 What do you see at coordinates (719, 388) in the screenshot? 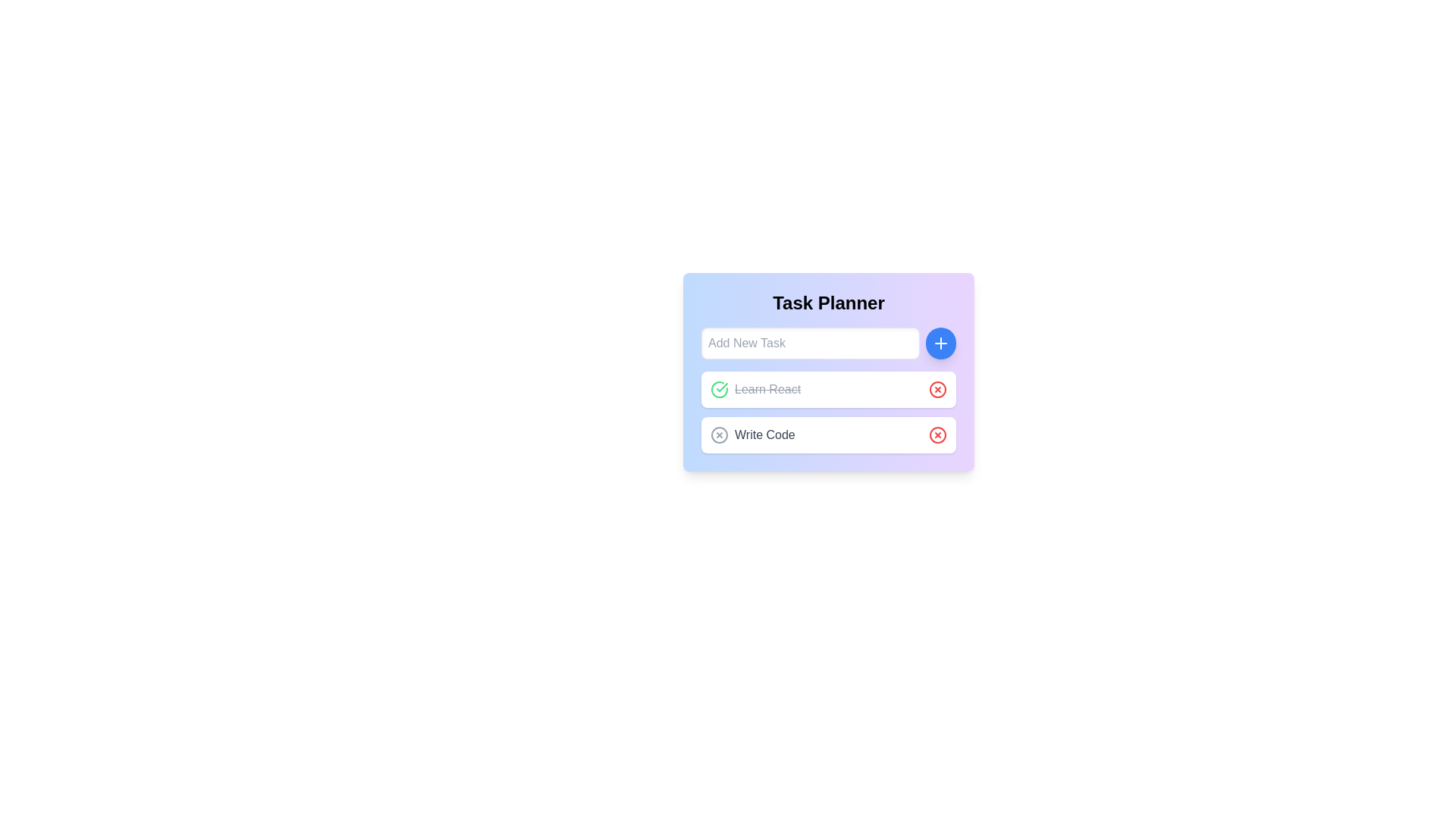
I see `the circular button with a green border and checkmark indicating a completed task, located on the left side of the task entry titled 'Learn React'` at bounding box center [719, 388].